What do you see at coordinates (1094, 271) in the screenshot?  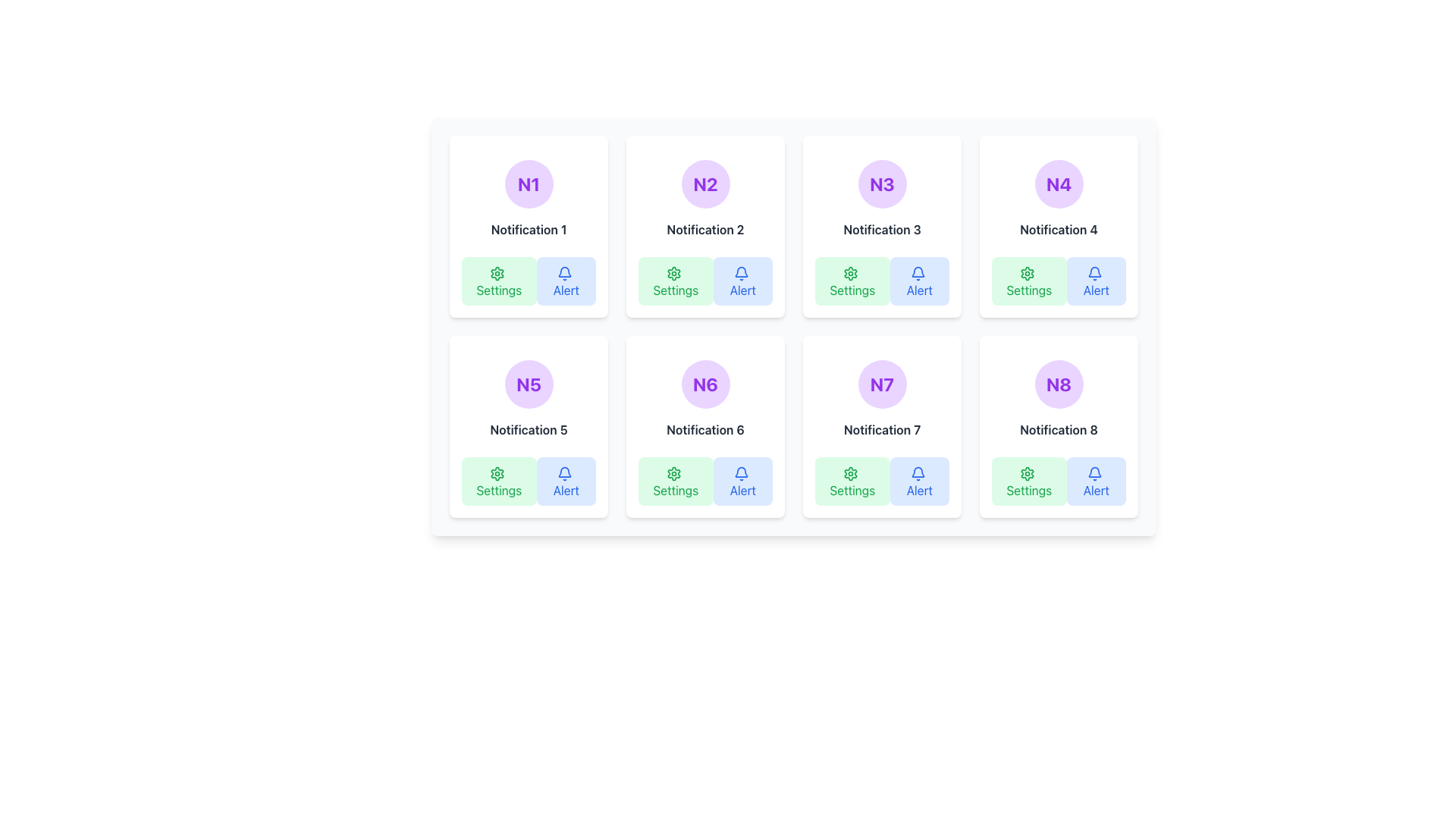 I see `the bell icon representing notifications located within the fourth notification card labeled 'Notification 4', positioned below the notification title and aligned to the right` at bounding box center [1094, 271].